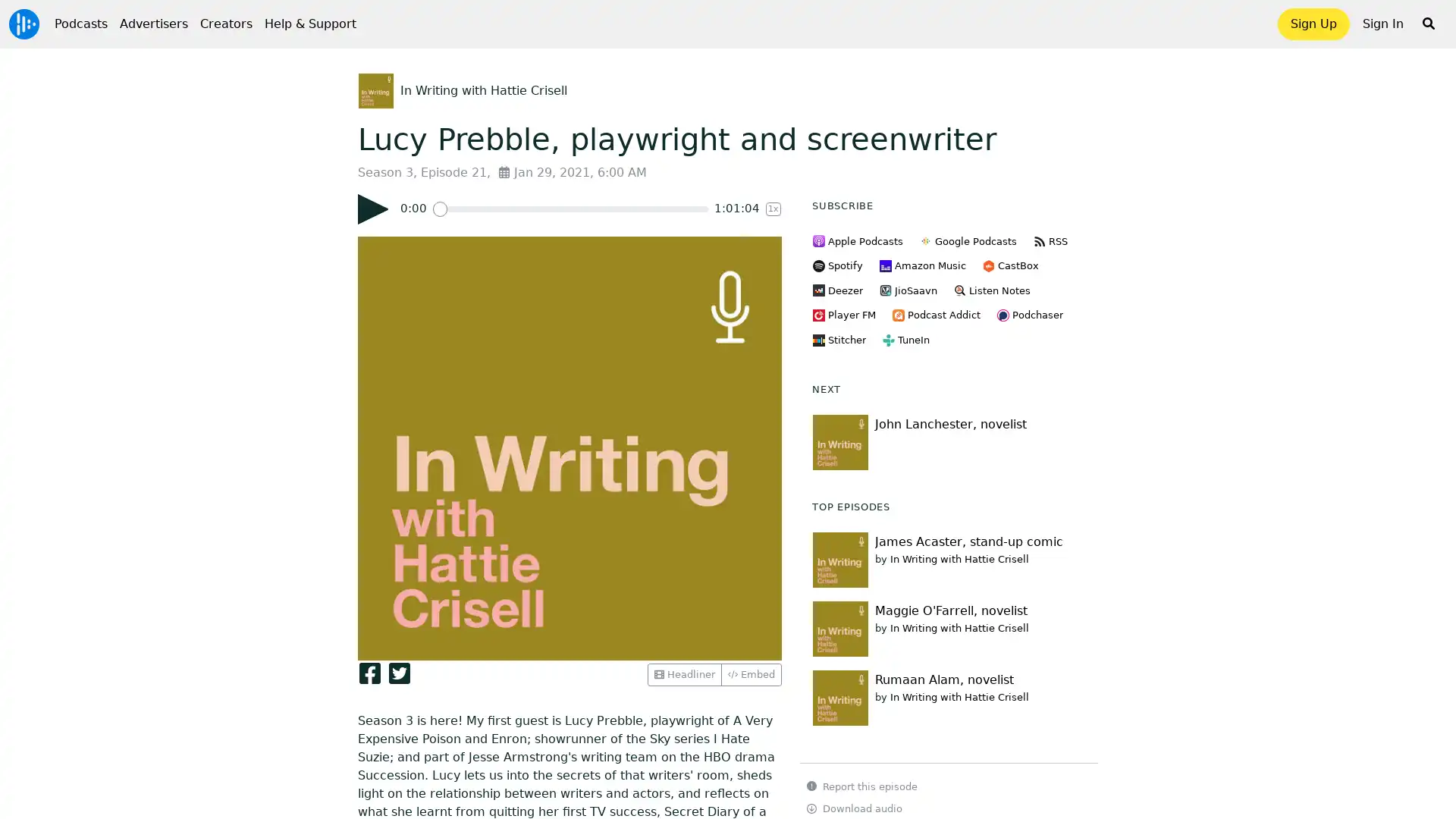  Describe the element at coordinates (773, 209) in the screenshot. I see `1x` at that location.